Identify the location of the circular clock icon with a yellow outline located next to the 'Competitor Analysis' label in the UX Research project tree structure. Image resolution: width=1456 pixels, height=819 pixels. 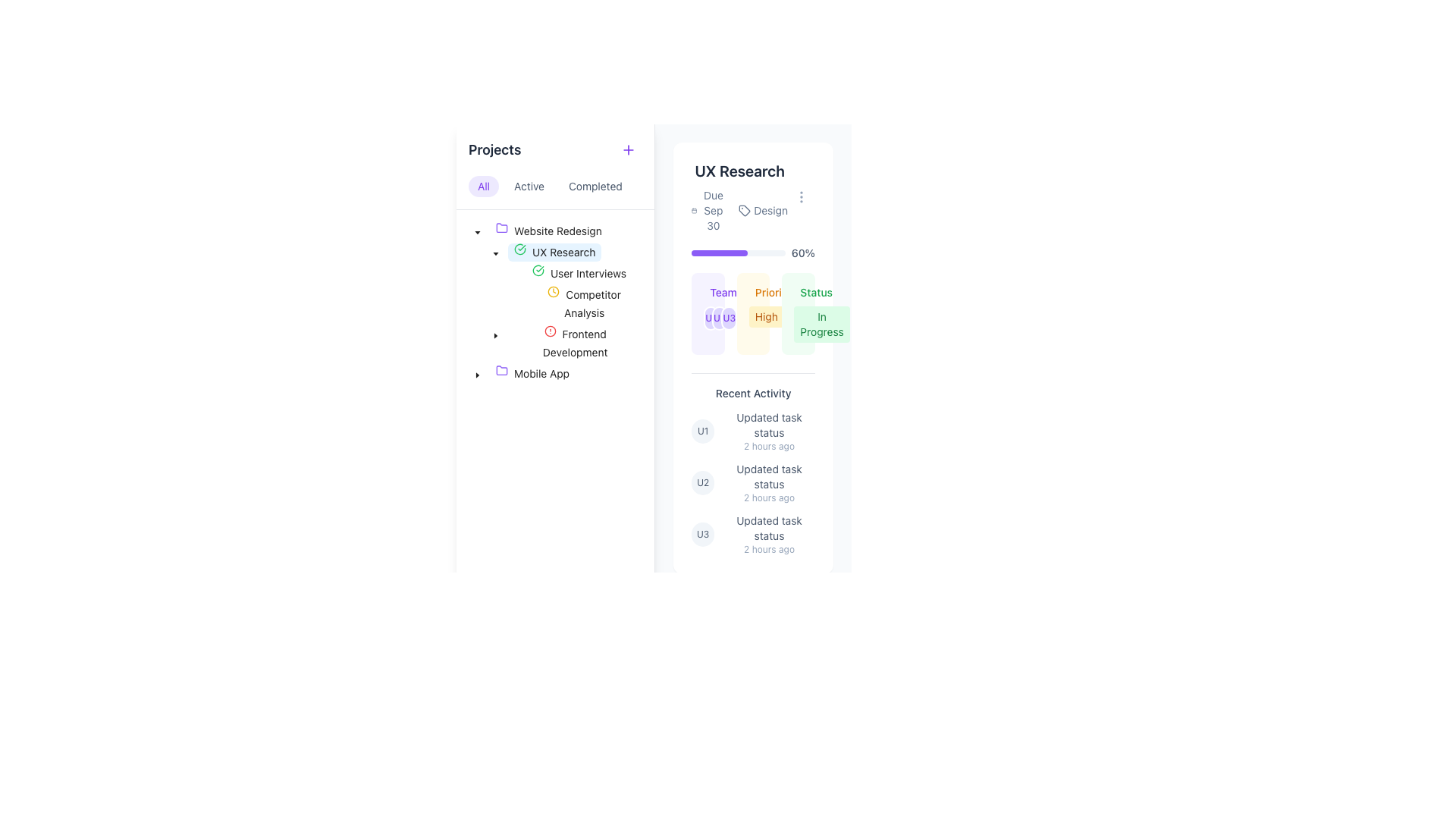
(556, 295).